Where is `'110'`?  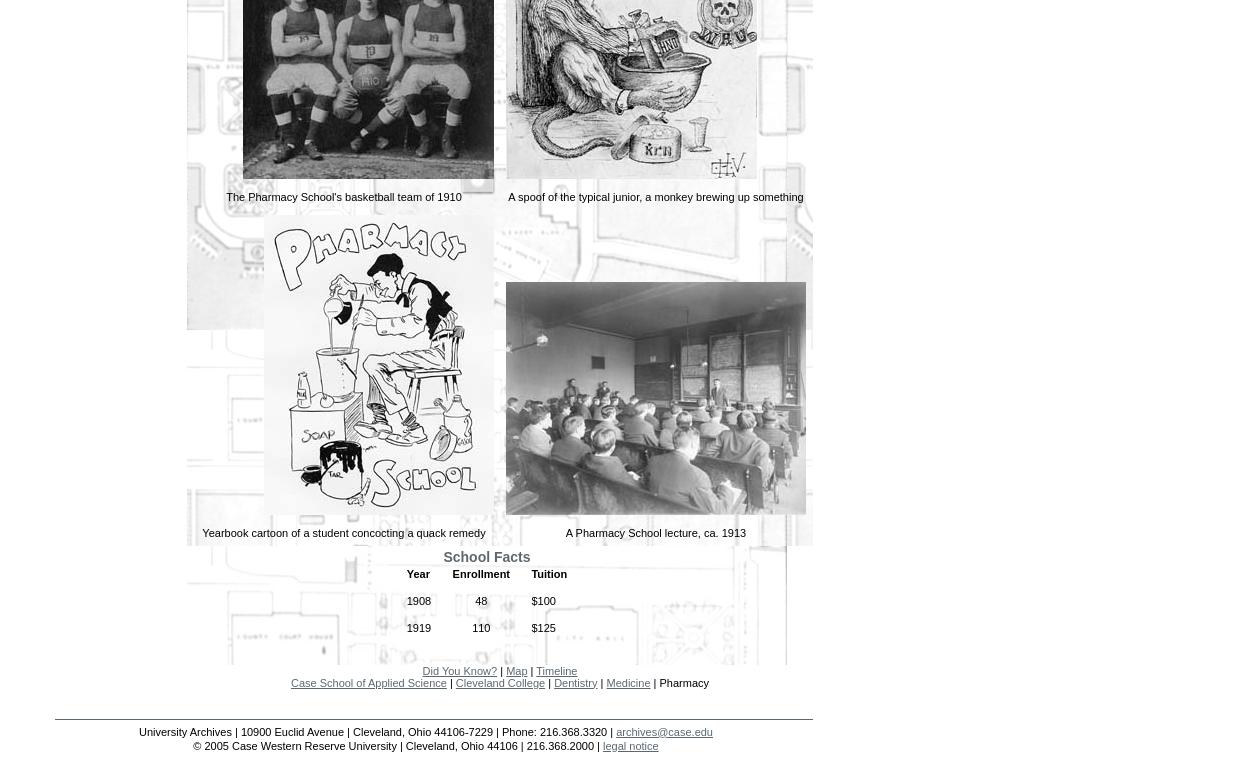
'110' is located at coordinates (479, 626).